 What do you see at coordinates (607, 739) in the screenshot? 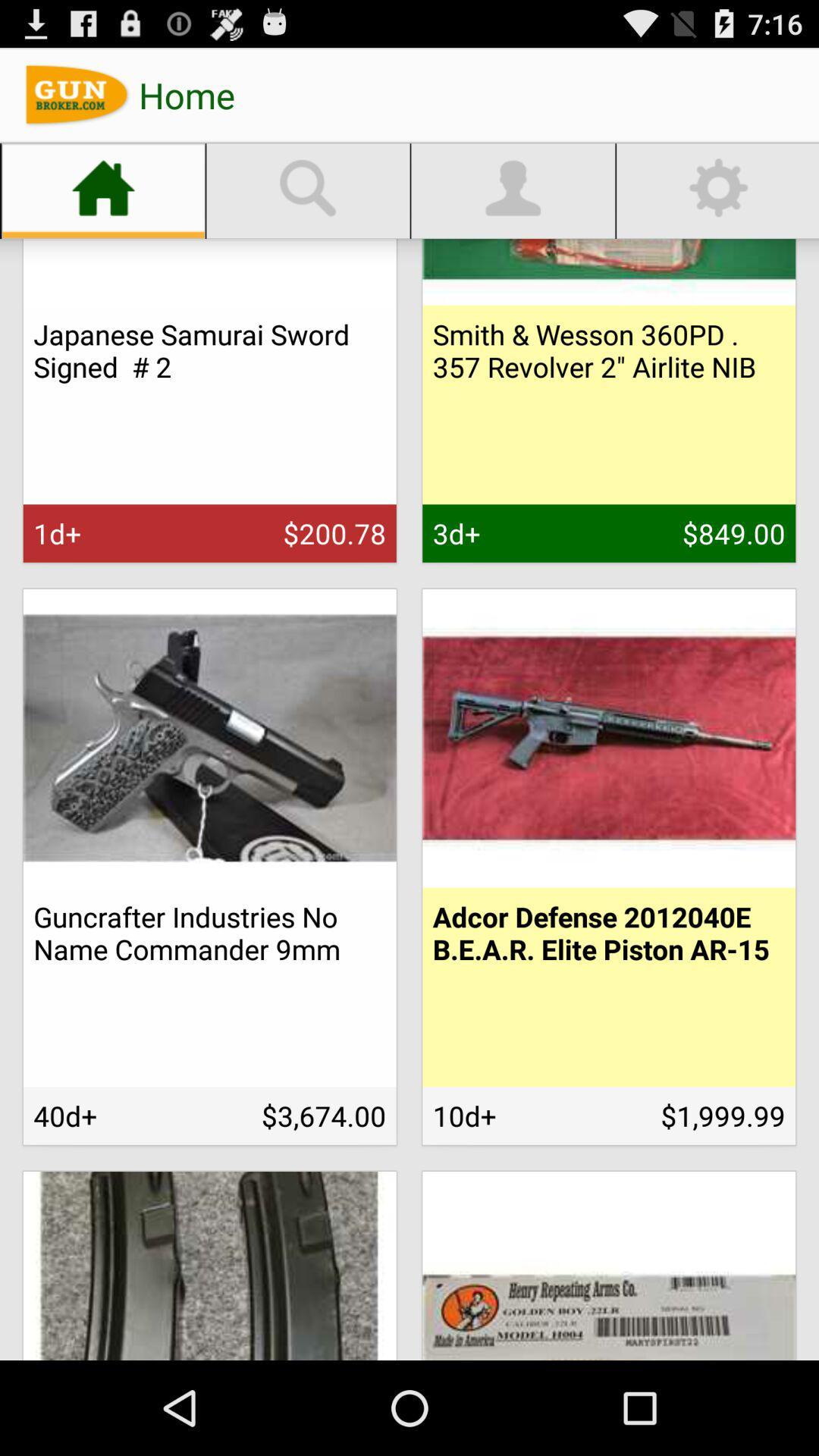
I see `the gun image below 84900` at bounding box center [607, 739].